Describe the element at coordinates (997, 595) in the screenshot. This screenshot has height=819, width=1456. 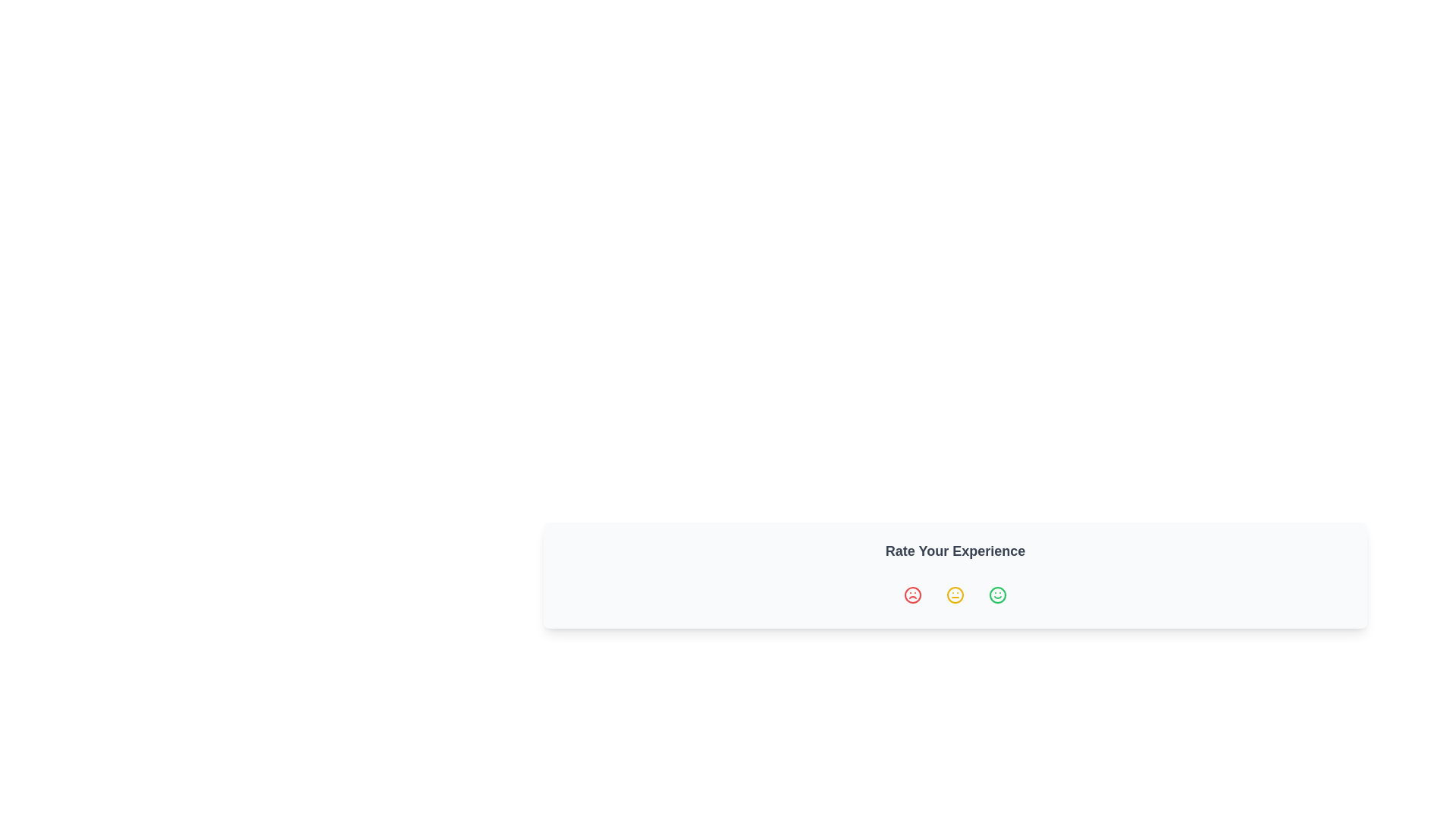
I see `the 'Very Satisfied' smiley face icon, which is the rightmost icon in the row of three under the 'Rate Your Experience' section` at that location.